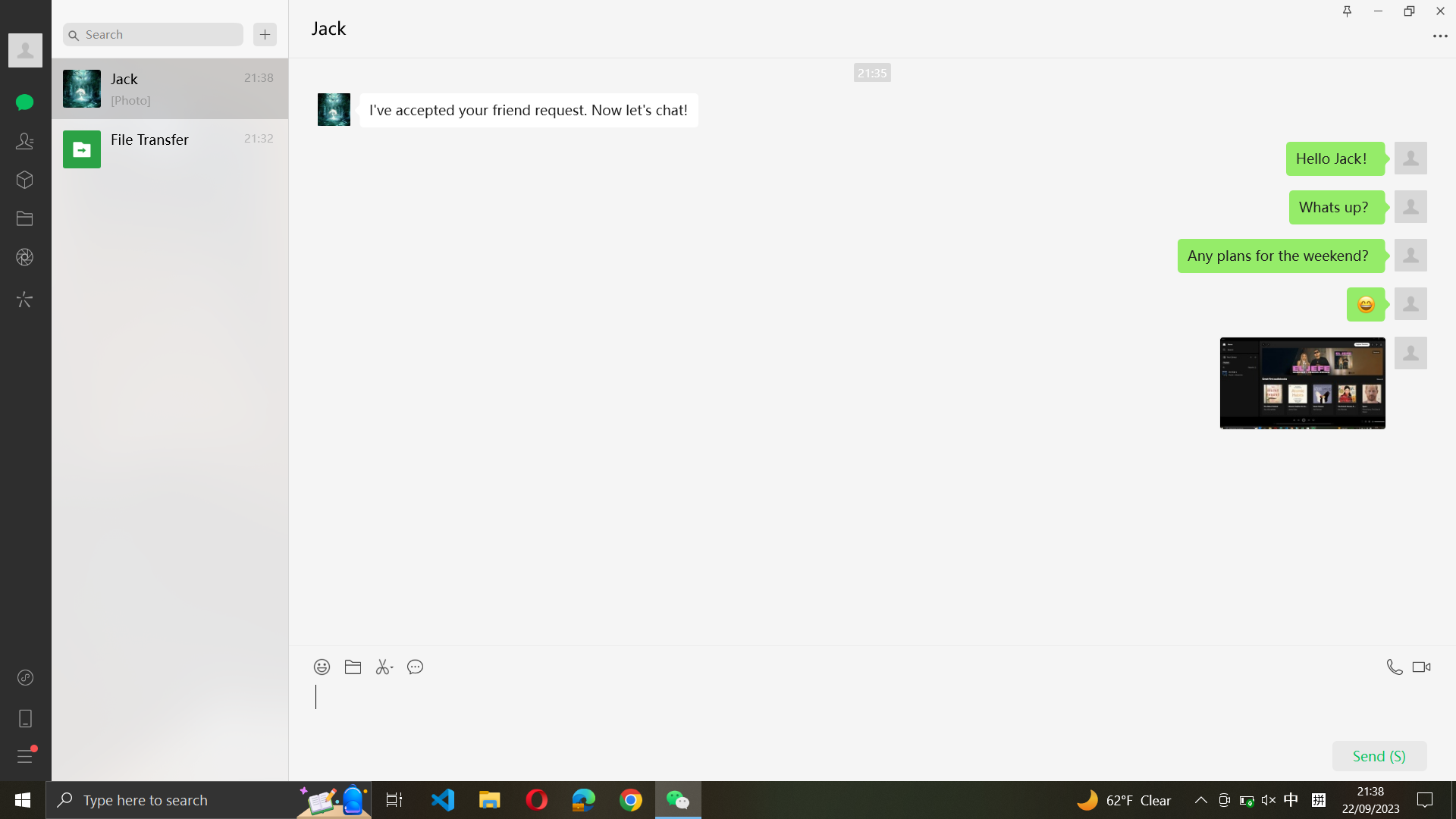  I want to click on option to send a file to Jack, so click(353, 663).